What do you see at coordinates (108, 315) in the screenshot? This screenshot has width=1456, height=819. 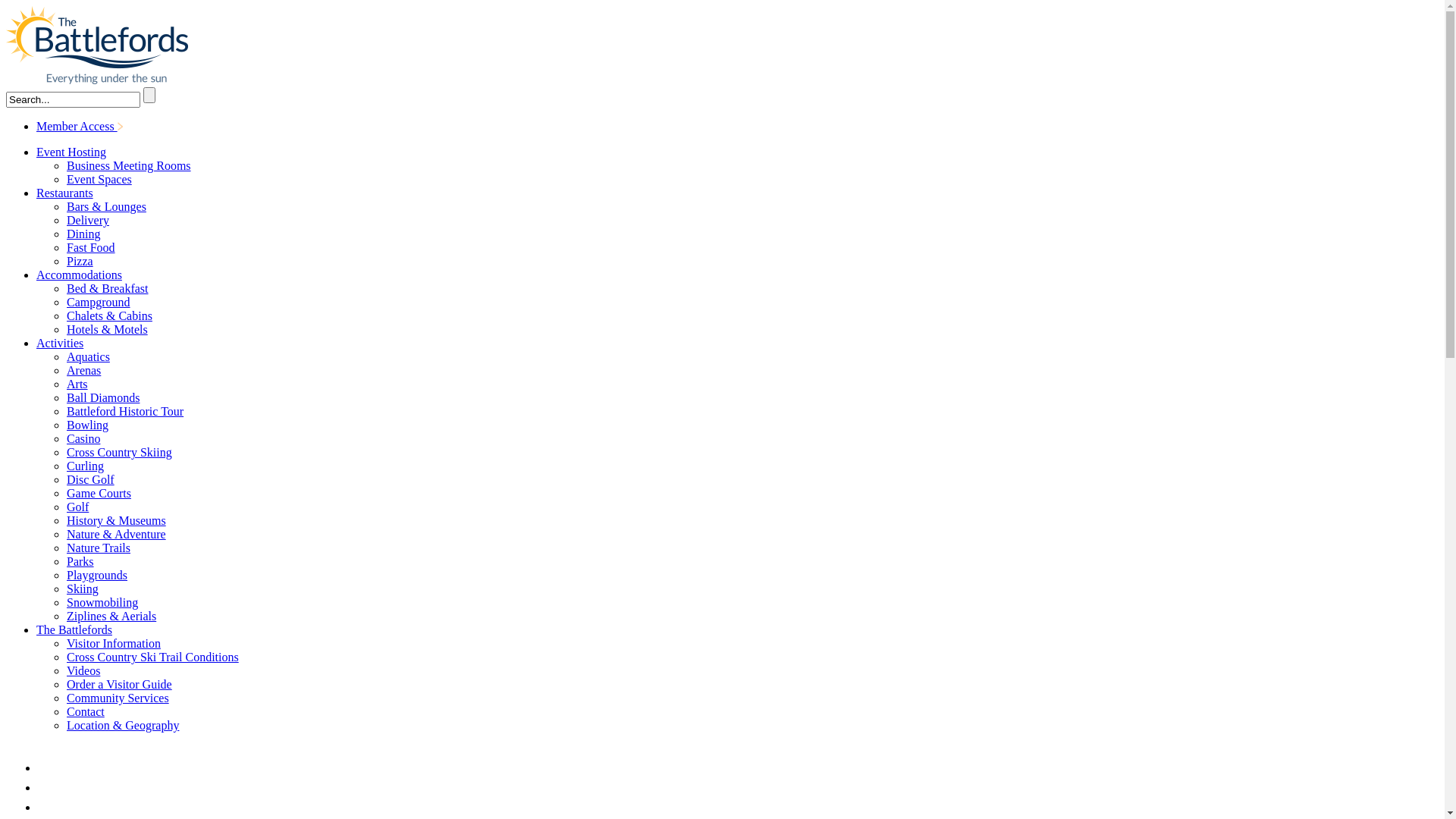 I see `'Chalets & Cabins'` at bounding box center [108, 315].